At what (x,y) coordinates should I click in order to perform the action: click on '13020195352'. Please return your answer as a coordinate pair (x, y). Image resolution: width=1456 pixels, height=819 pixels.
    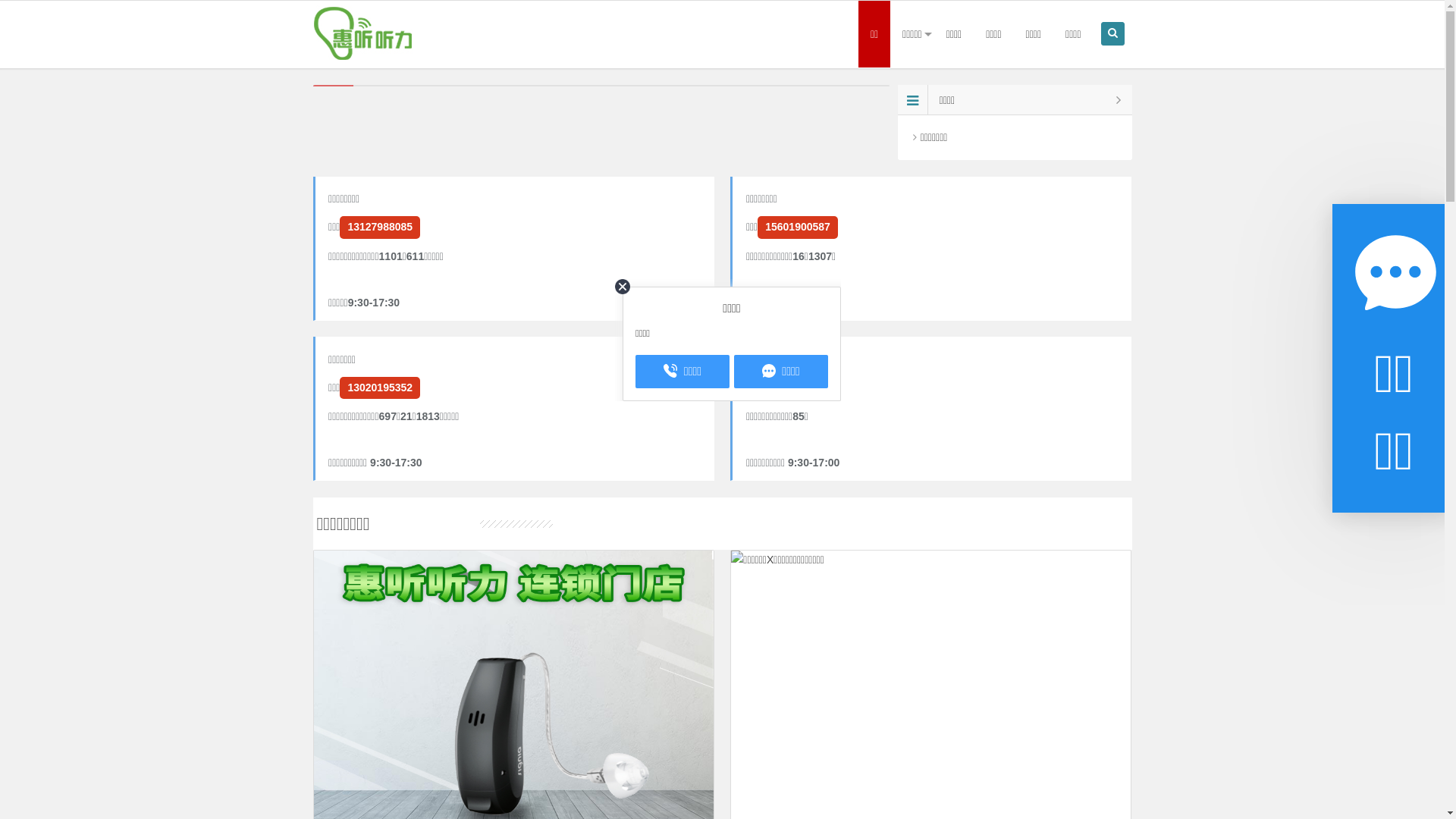
    Looking at the image, I should click on (379, 387).